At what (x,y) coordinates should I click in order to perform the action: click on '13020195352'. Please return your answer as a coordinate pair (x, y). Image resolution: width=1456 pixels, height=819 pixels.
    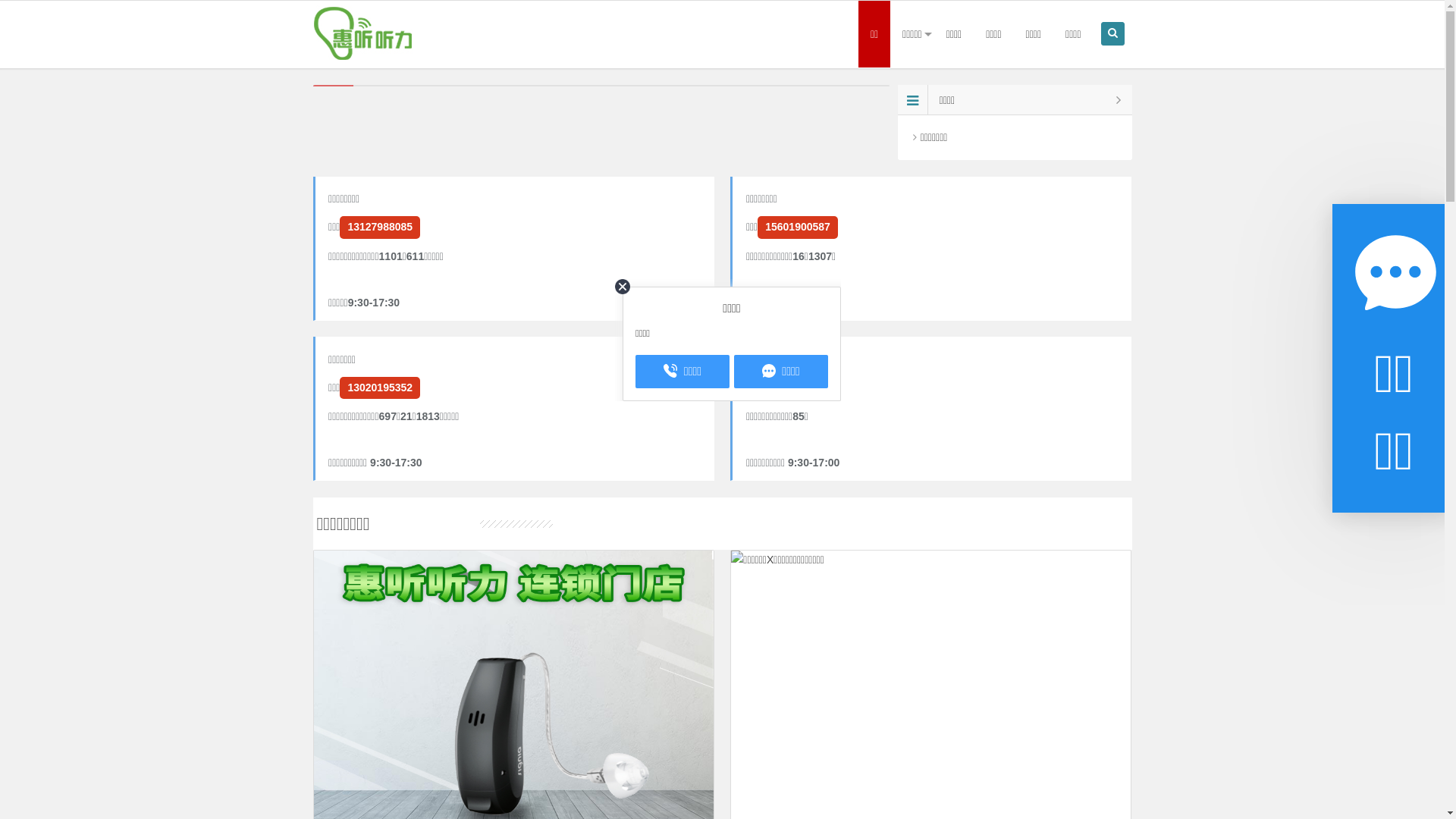
    Looking at the image, I should click on (379, 387).